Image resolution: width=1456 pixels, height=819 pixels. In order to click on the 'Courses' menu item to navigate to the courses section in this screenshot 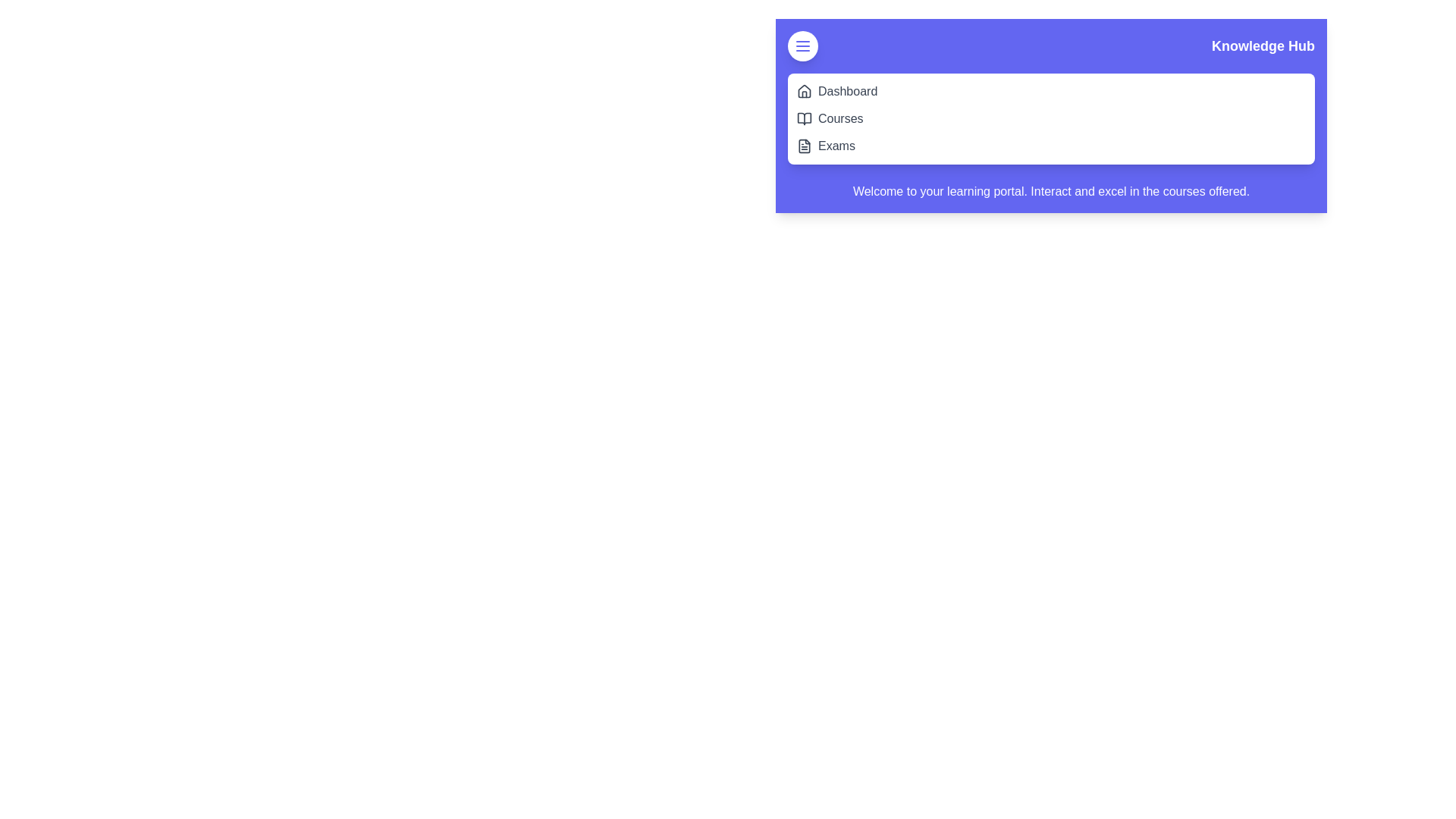, I will do `click(839, 118)`.